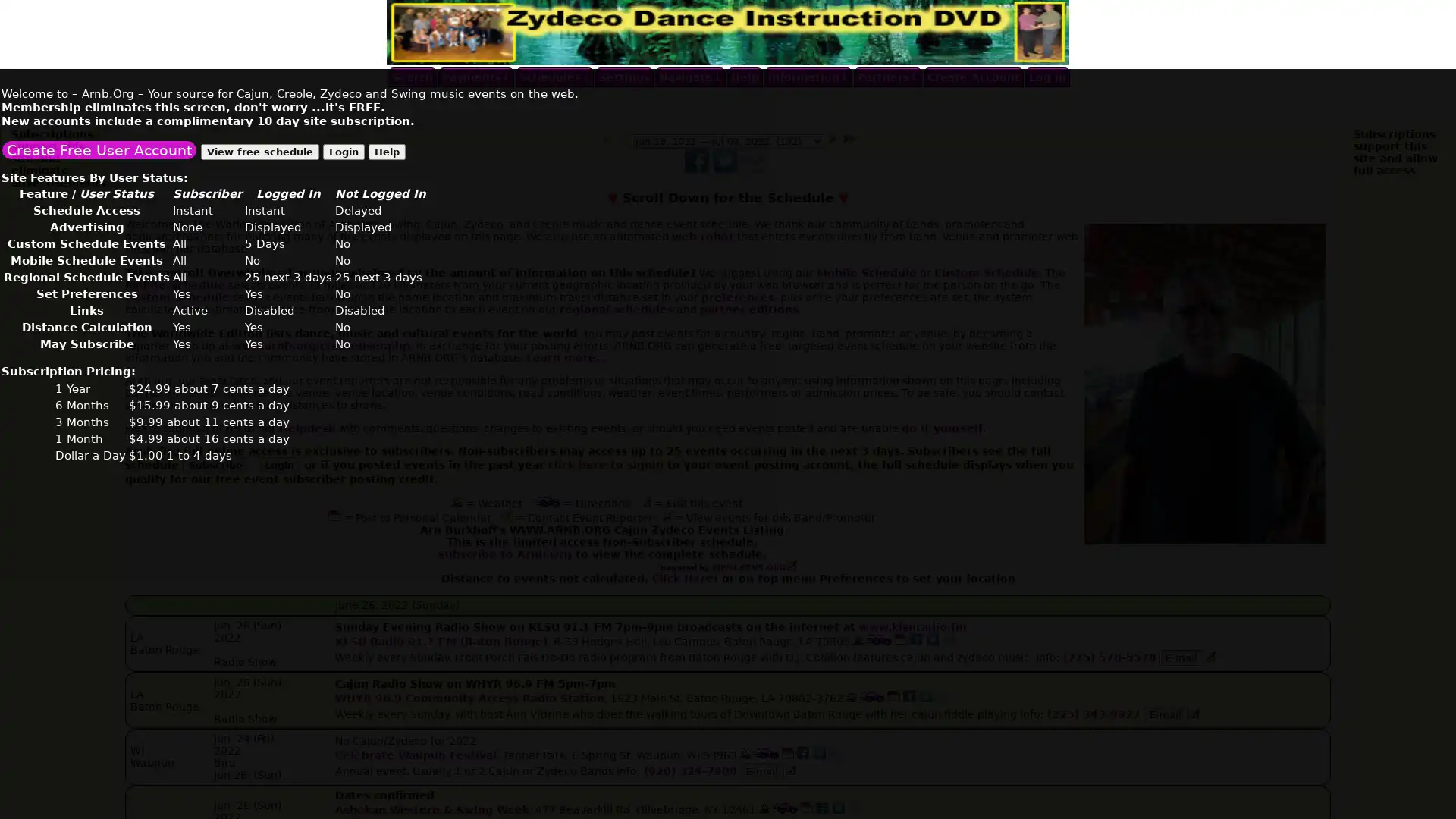  I want to click on E-mail, so click(1164, 714).